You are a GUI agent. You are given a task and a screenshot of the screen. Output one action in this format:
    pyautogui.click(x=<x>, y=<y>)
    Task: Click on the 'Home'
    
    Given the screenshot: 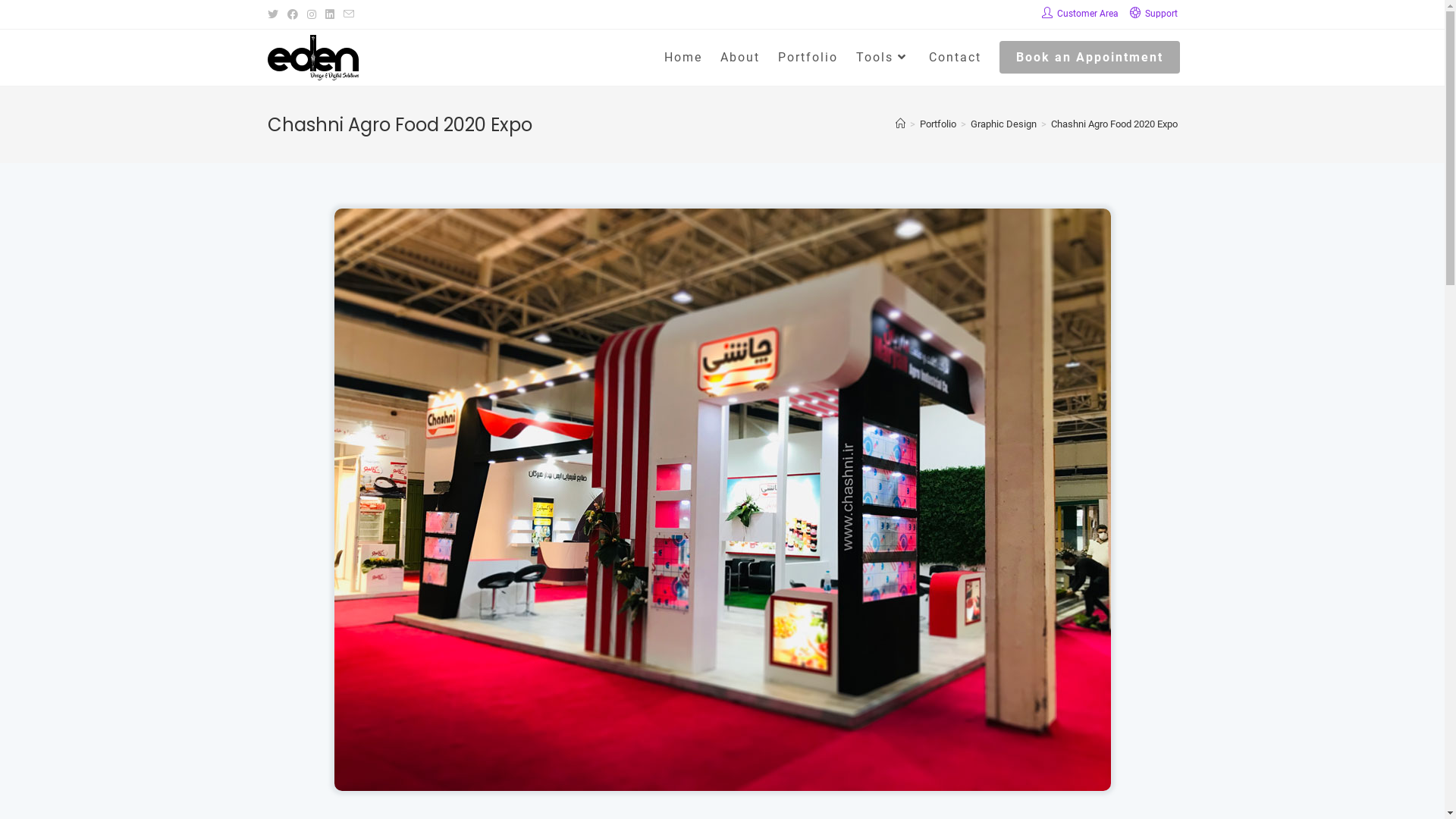 What is the action you would take?
    pyautogui.click(x=682, y=57)
    